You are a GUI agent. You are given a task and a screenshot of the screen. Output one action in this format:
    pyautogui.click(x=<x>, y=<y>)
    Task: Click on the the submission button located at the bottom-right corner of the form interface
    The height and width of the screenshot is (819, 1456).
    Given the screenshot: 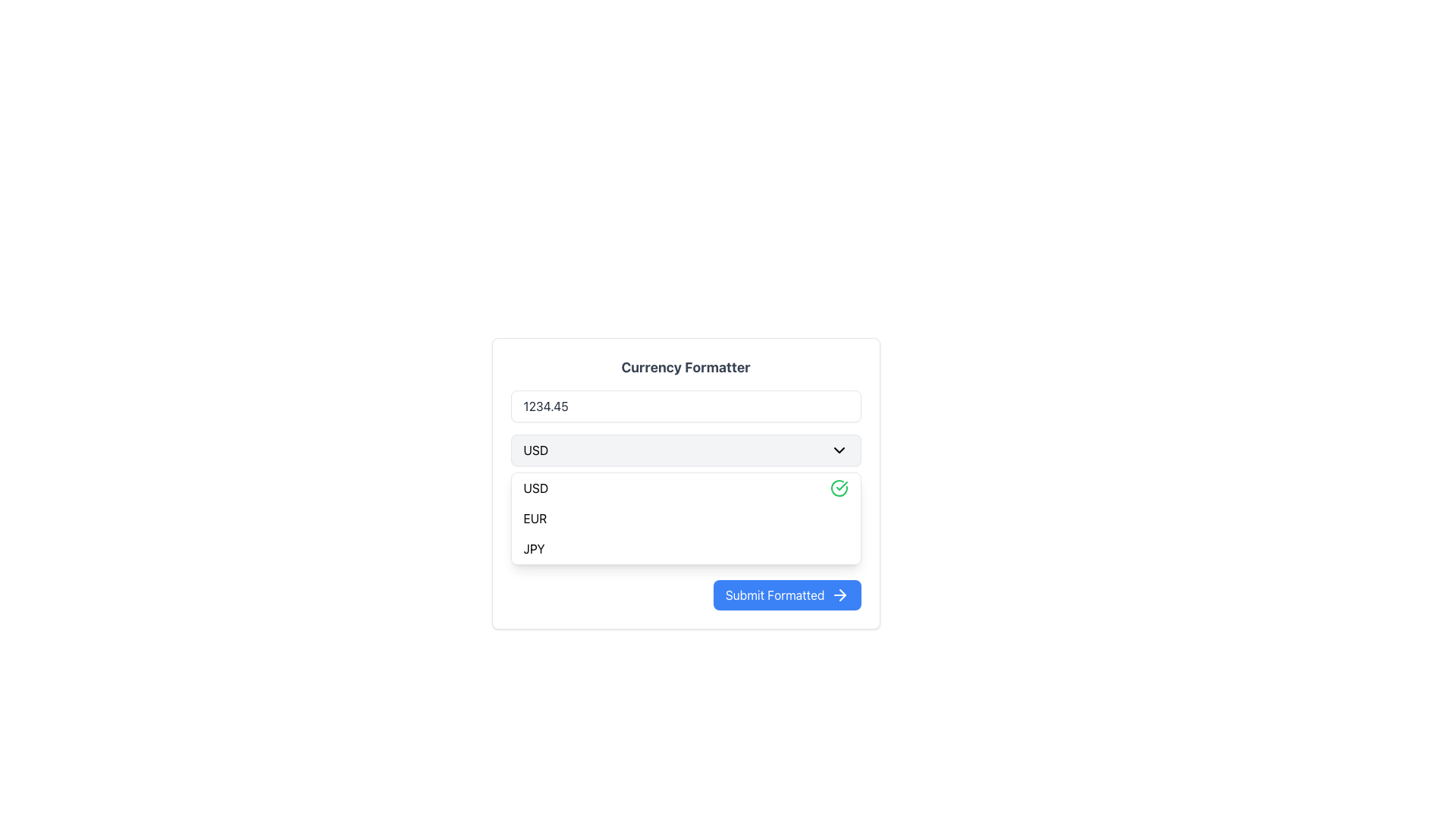 What is the action you would take?
    pyautogui.click(x=787, y=595)
    